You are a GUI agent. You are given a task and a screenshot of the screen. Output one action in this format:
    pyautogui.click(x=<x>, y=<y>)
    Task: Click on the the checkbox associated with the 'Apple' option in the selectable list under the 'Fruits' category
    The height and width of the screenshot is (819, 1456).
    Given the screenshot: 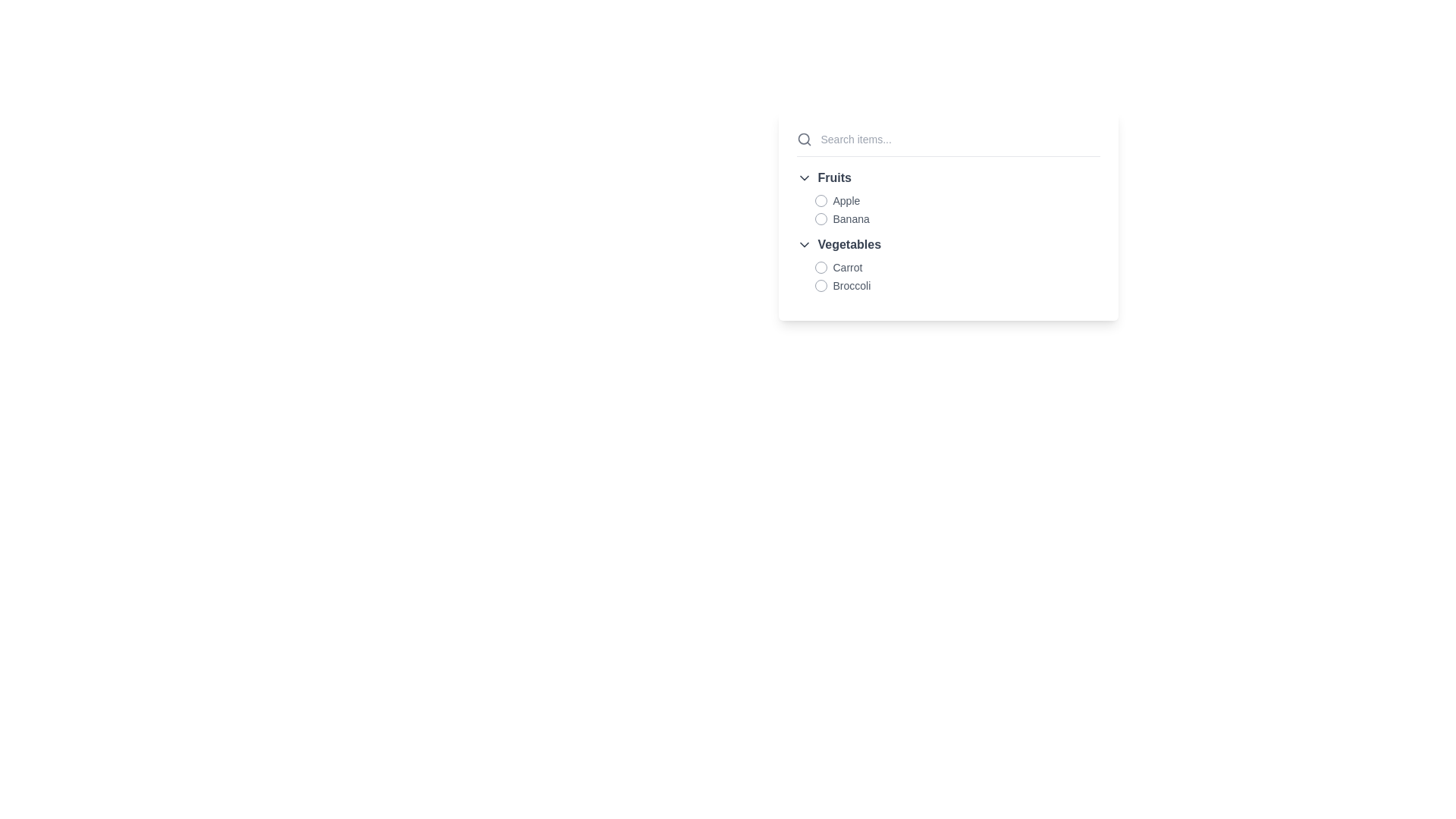 What is the action you would take?
    pyautogui.click(x=956, y=200)
    